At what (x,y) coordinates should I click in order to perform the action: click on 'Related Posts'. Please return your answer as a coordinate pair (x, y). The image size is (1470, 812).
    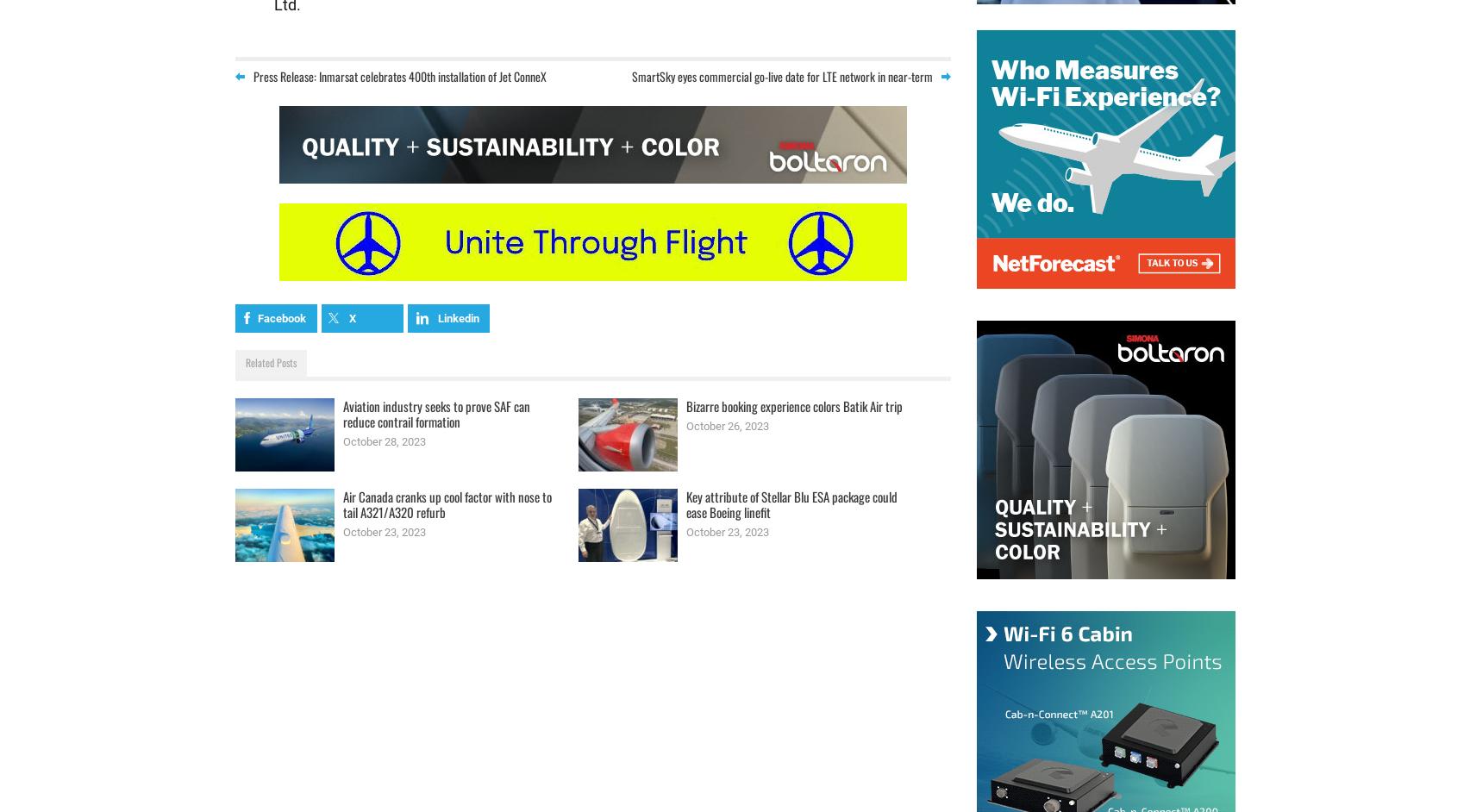
    Looking at the image, I should click on (269, 362).